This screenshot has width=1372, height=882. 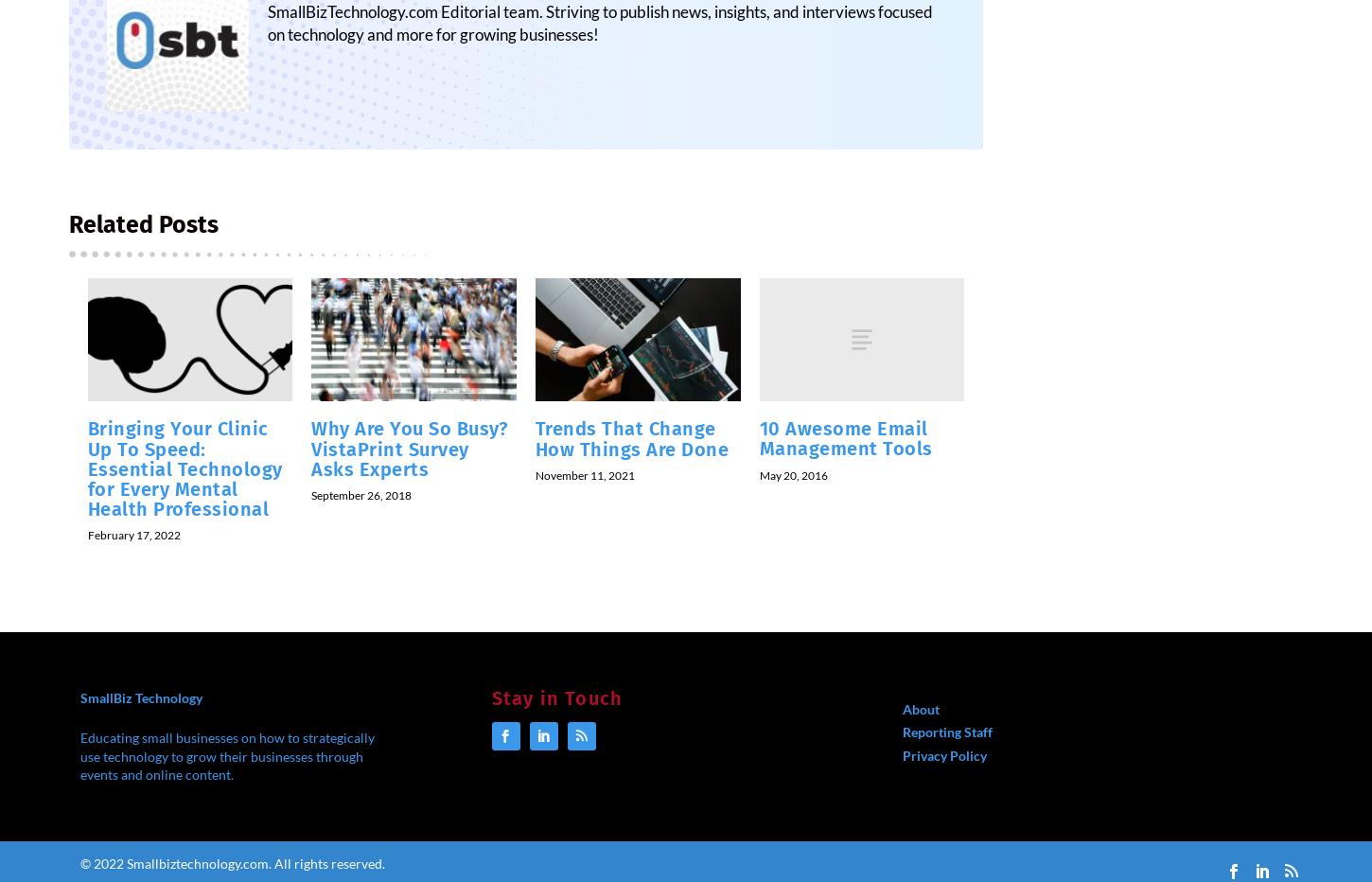 I want to click on 'Related Posts', so click(x=68, y=235).